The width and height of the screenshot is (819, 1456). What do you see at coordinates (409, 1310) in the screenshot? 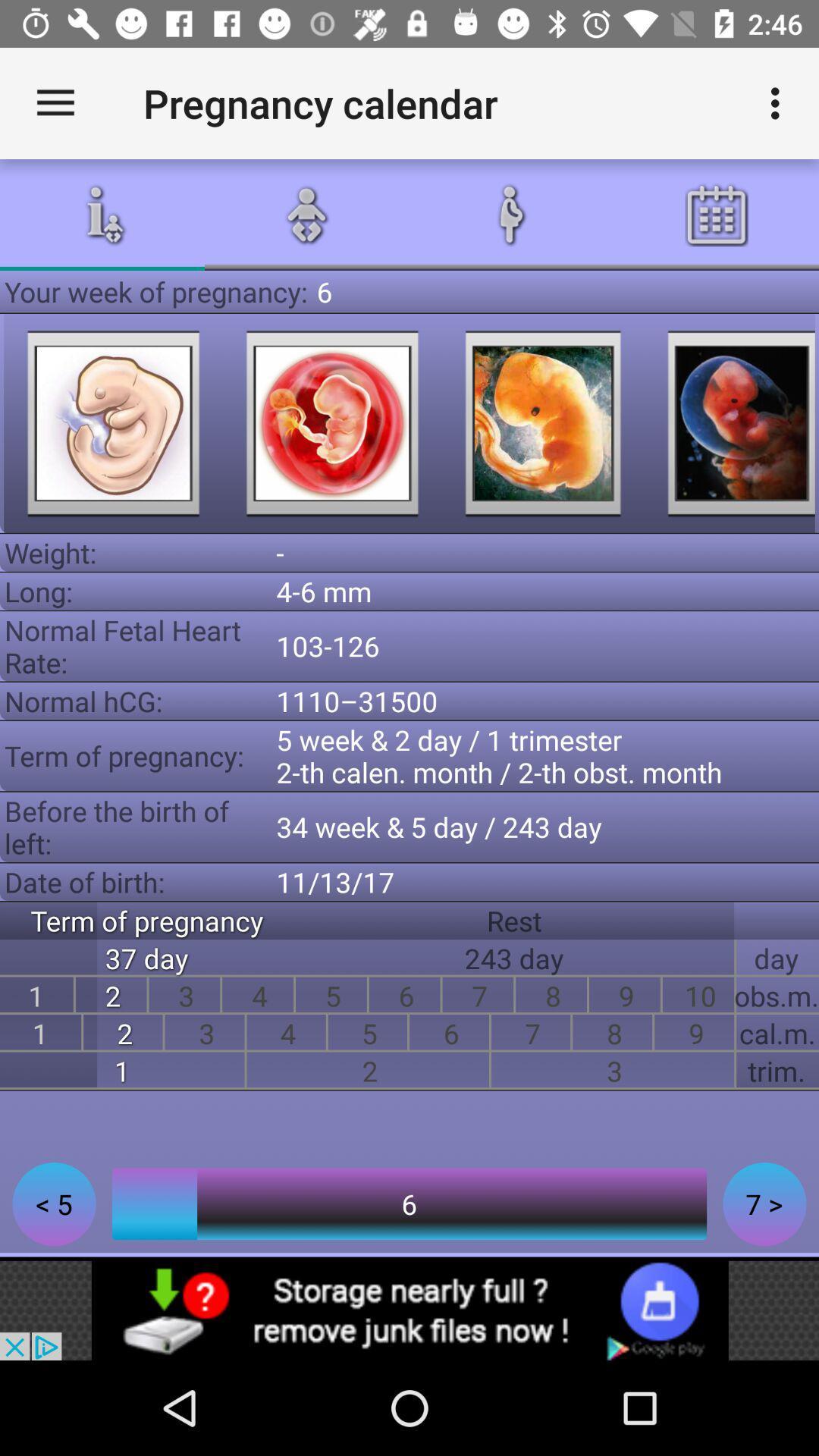
I see `advertisement page` at bounding box center [409, 1310].